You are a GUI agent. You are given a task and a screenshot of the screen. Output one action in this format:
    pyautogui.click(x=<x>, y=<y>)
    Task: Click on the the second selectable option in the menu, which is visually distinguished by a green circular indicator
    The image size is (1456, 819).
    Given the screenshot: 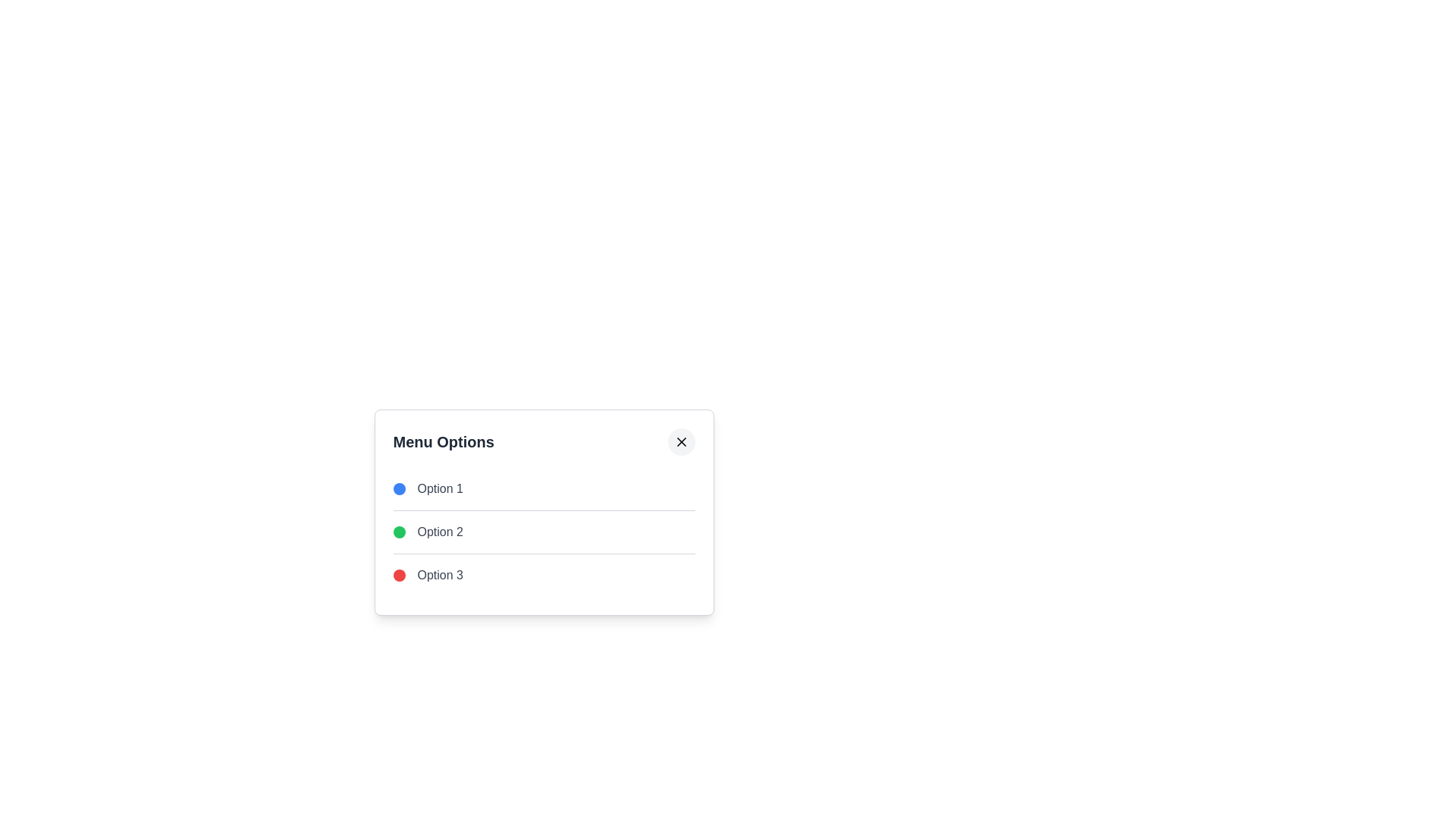 What is the action you would take?
    pyautogui.click(x=544, y=531)
    